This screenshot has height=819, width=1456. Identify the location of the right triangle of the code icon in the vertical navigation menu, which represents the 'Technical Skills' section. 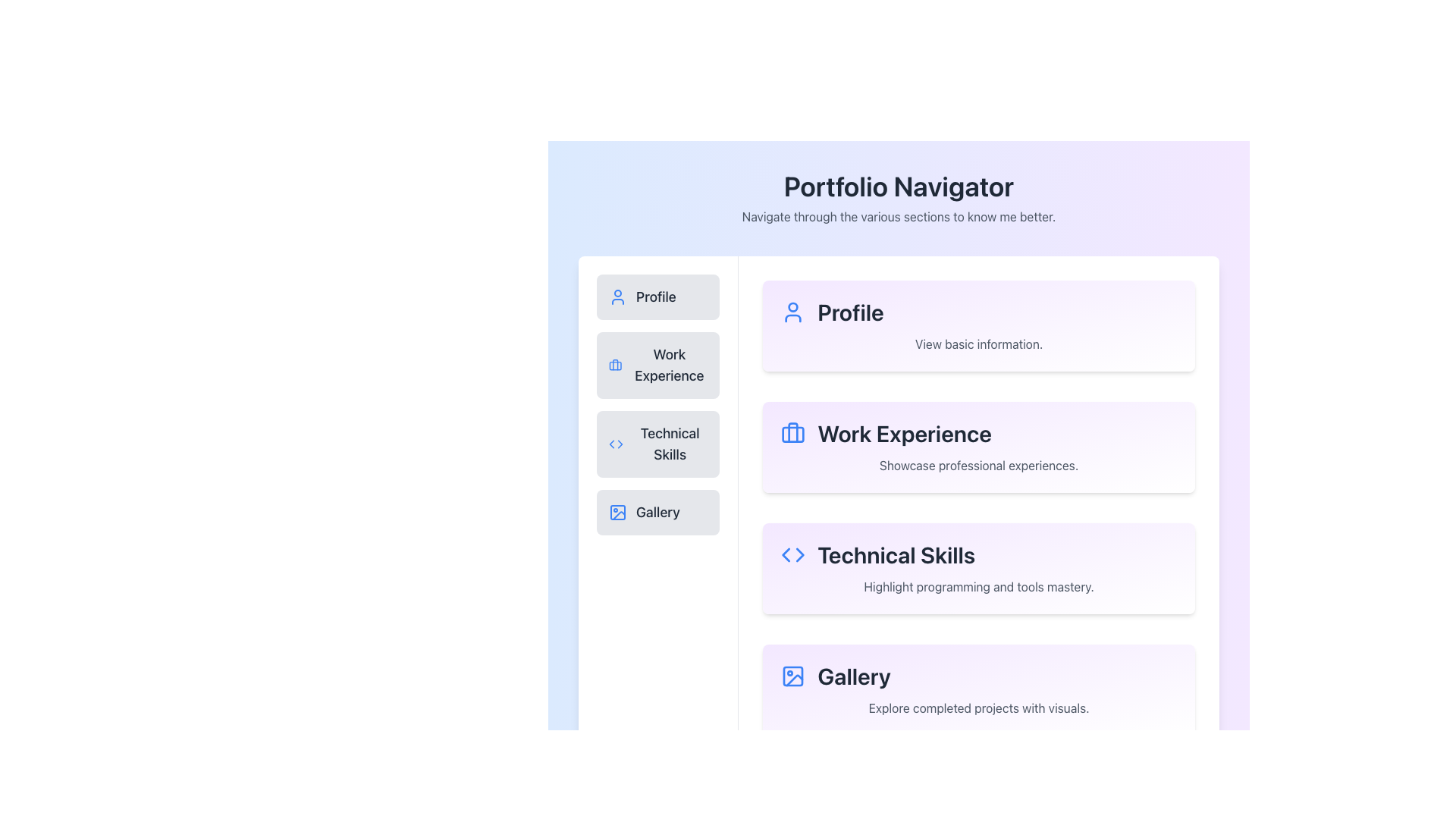
(620, 444).